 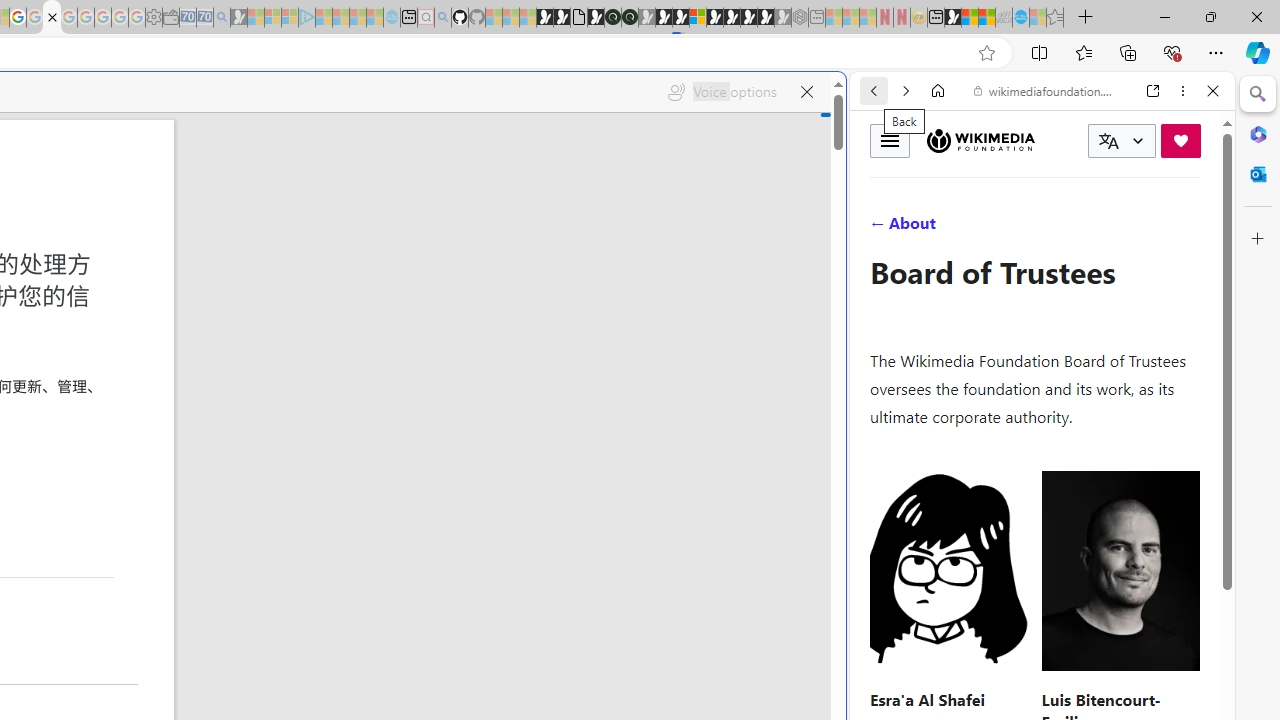 What do you see at coordinates (1180, 139) in the screenshot?
I see `'Donate now'` at bounding box center [1180, 139].